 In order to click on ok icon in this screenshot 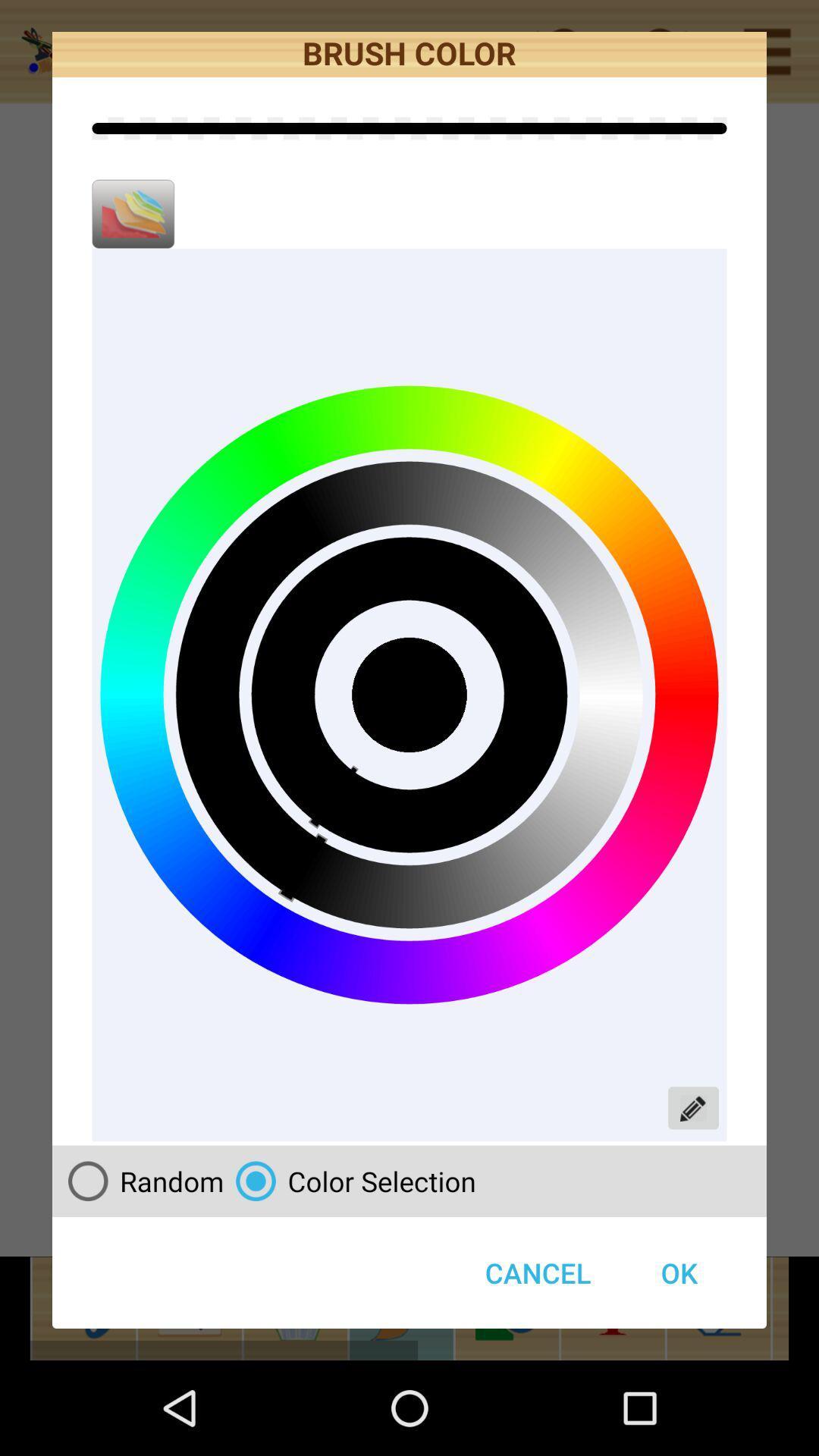, I will do `click(678, 1272)`.